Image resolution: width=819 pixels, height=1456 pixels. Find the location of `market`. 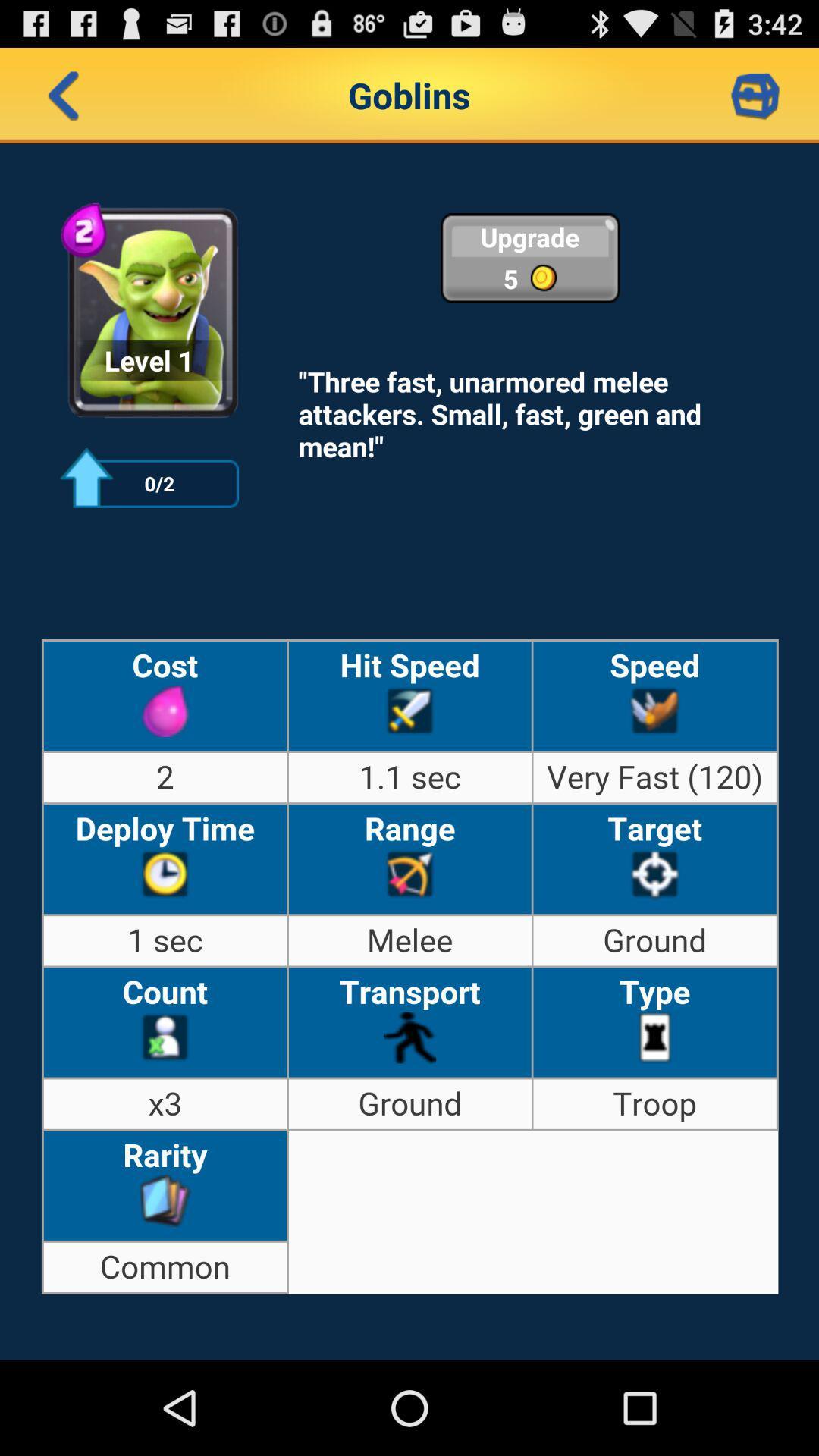

market is located at coordinates (755, 94).